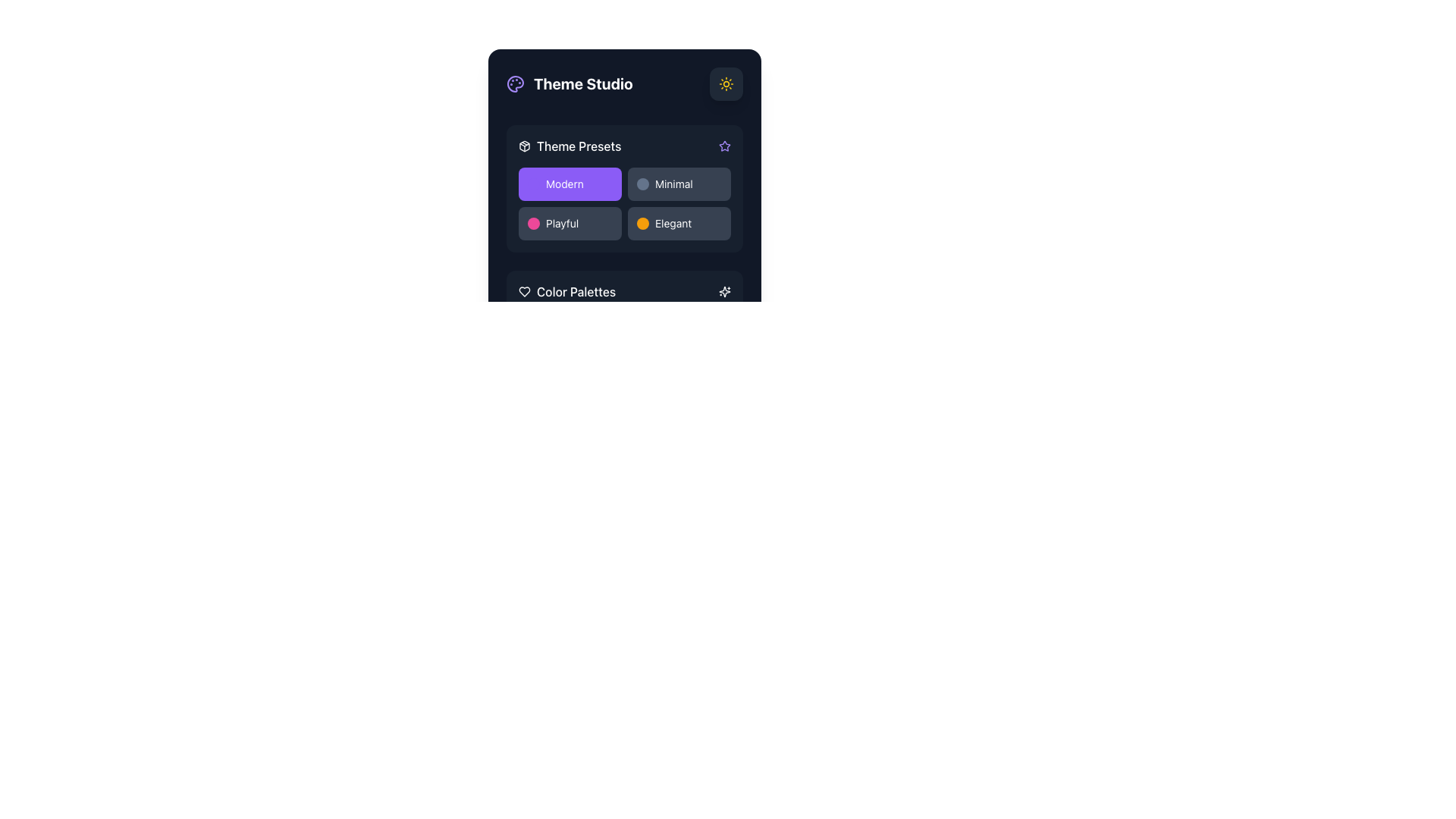  Describe the element at coordinates (569, 146) in the screenshot. I see `the content of the Text label with an icon located at the top-left of the 'Theme Studio' panel, which indicates the purpose of the panel related to theme presets` at that location.